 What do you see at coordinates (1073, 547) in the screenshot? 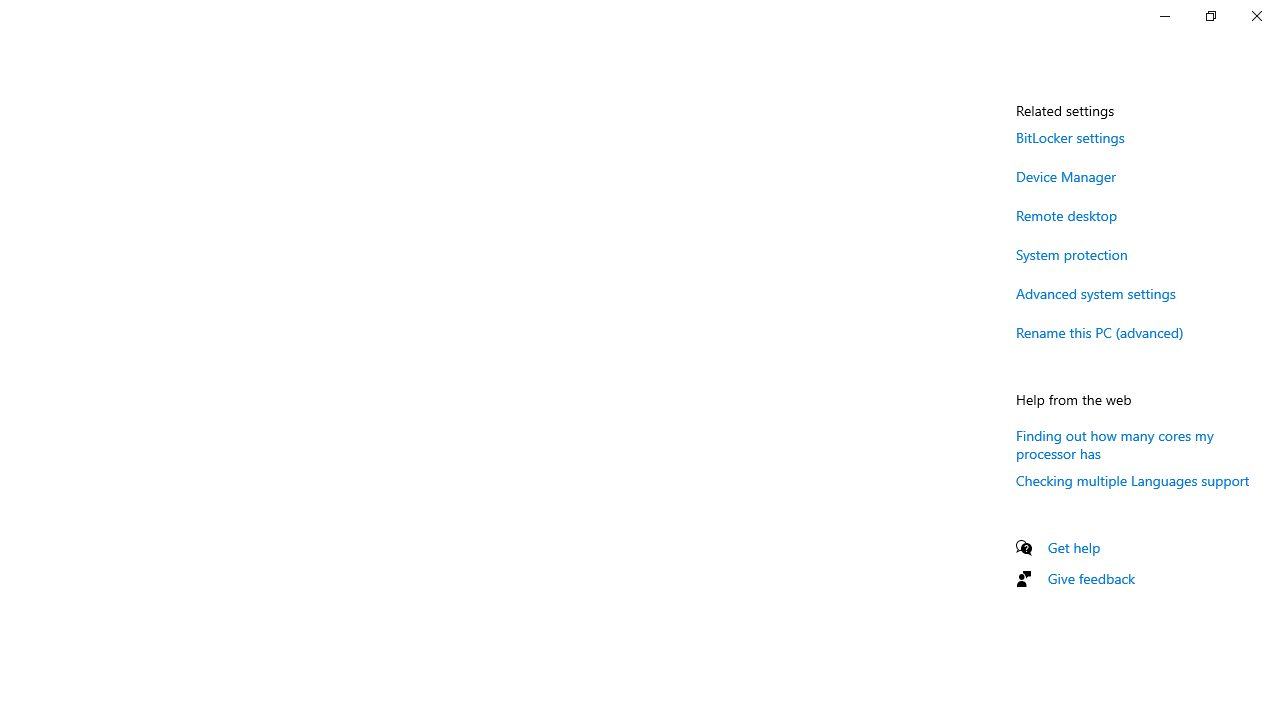
I see `'Get help'` at bounding box center [1073, 547].